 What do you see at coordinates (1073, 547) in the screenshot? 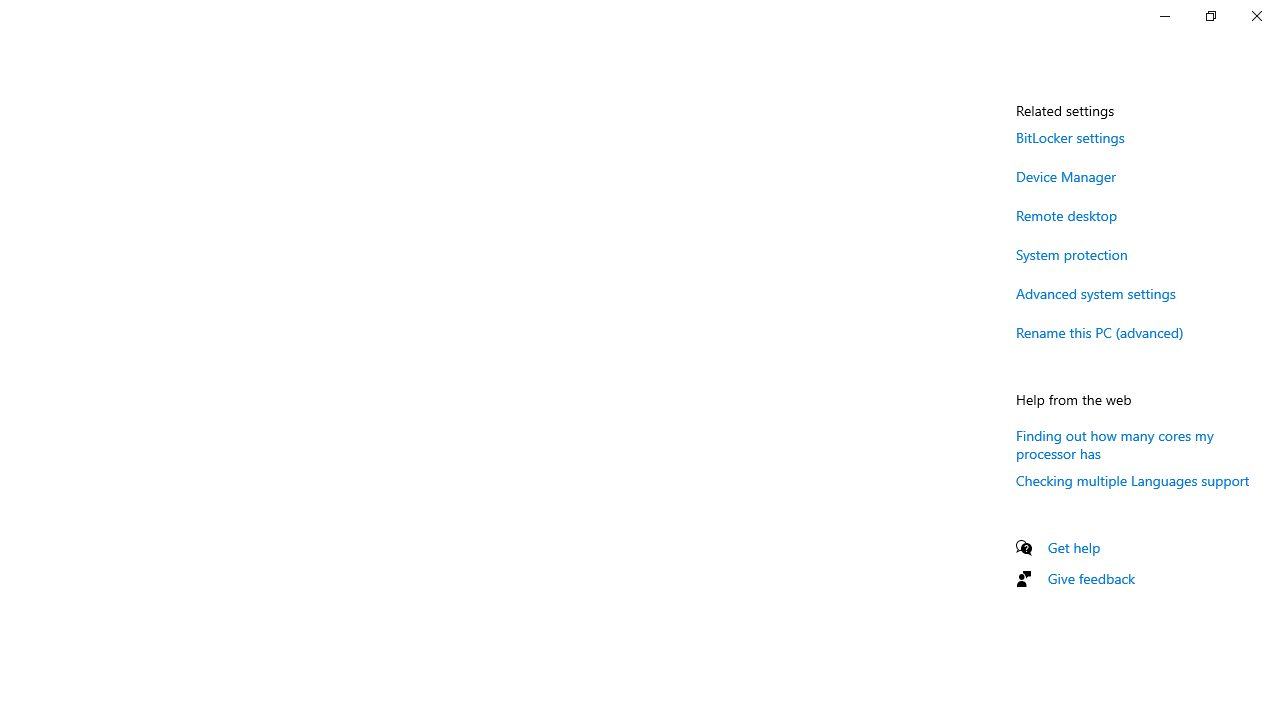
I see `'Get help'` at bounding box center [1073, 547].